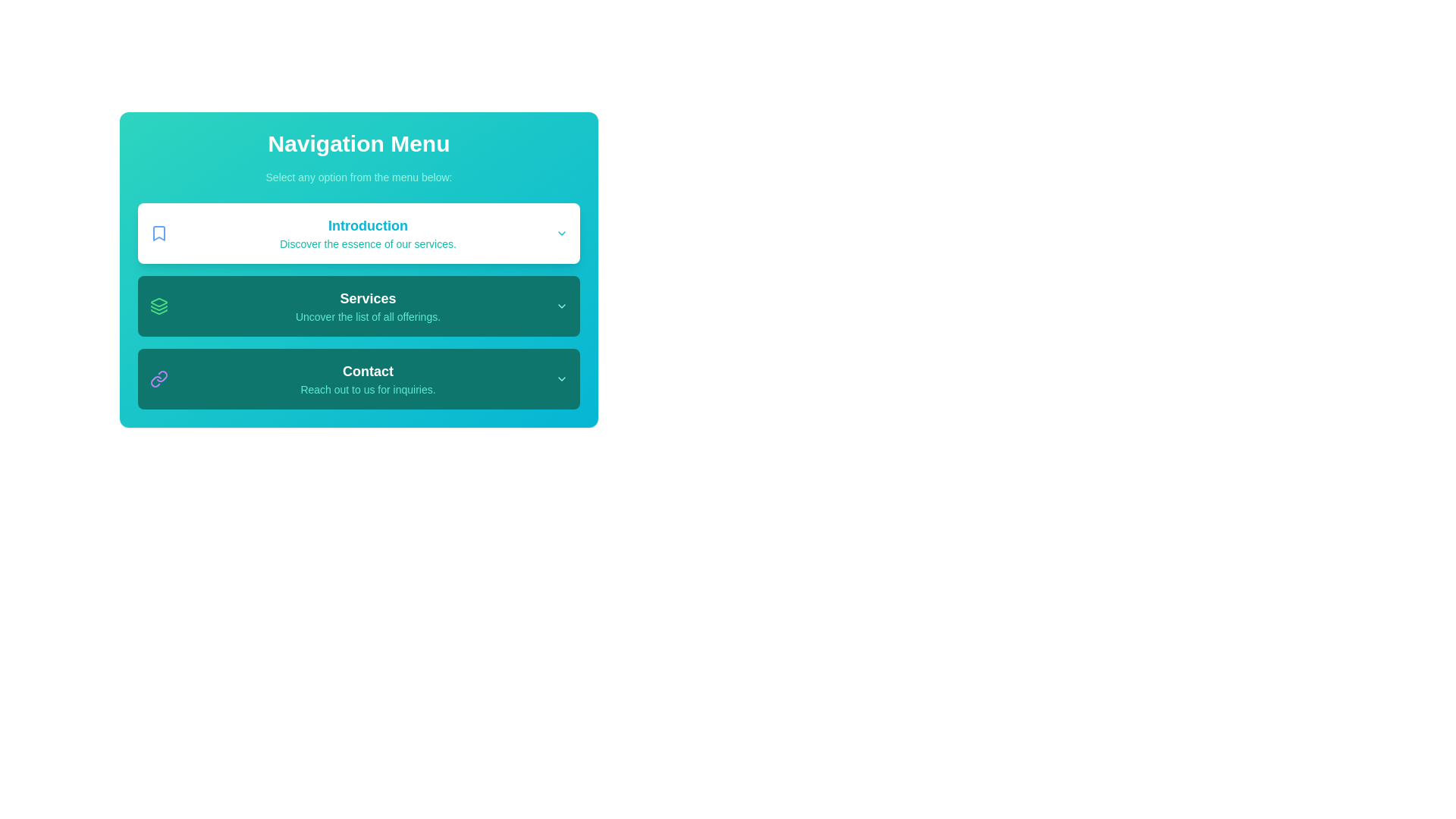 This screenshot has width=1456, height=819. What do you see at coordinates (560, 234) in the screenshot?
I see `the downward-pointing cyan chevron icon located on the right side of the 'Introduction' block` at bounding box center [560, 234].